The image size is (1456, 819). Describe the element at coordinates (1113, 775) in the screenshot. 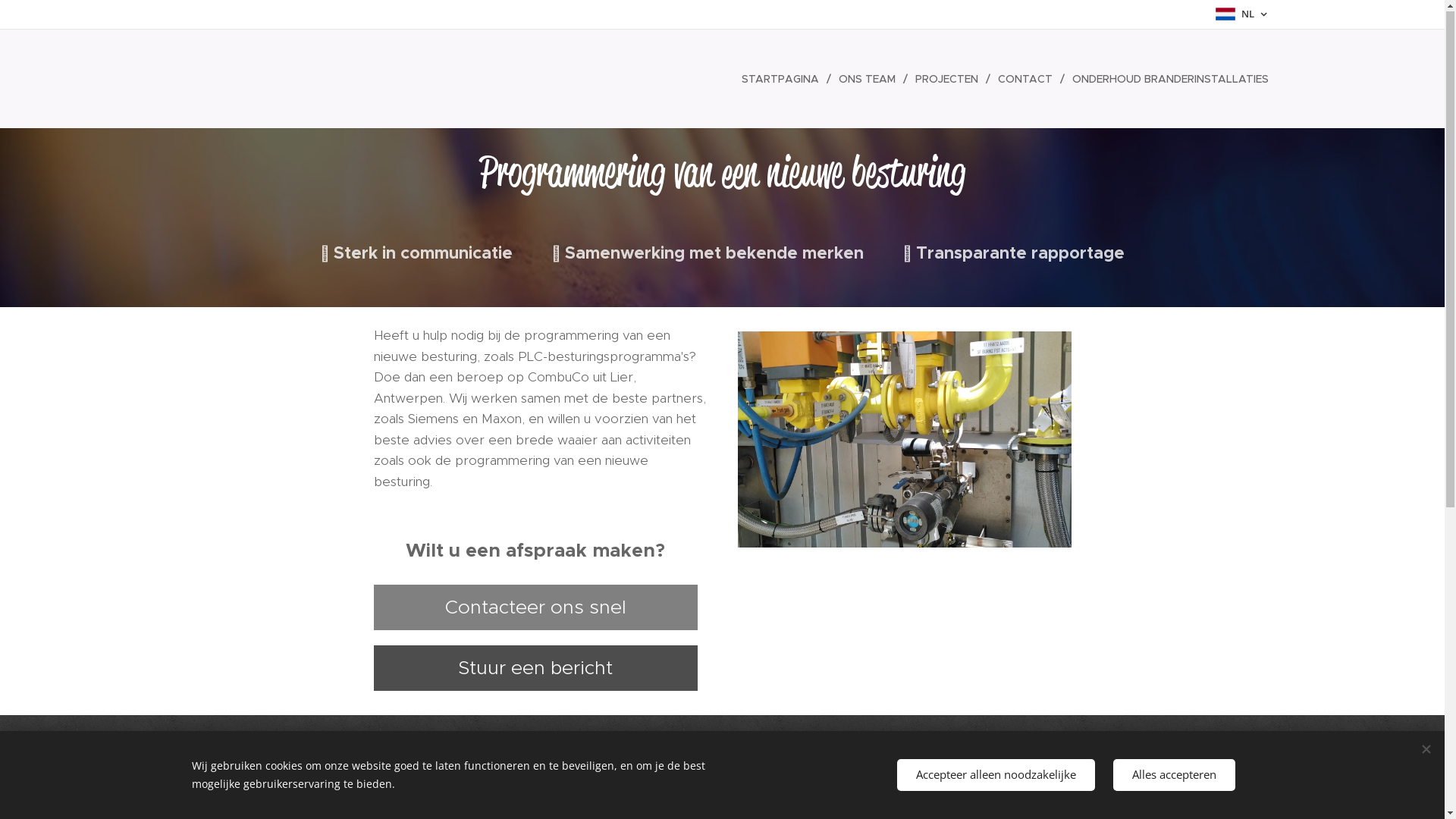

I see `'Alles accepteren'` at that location.